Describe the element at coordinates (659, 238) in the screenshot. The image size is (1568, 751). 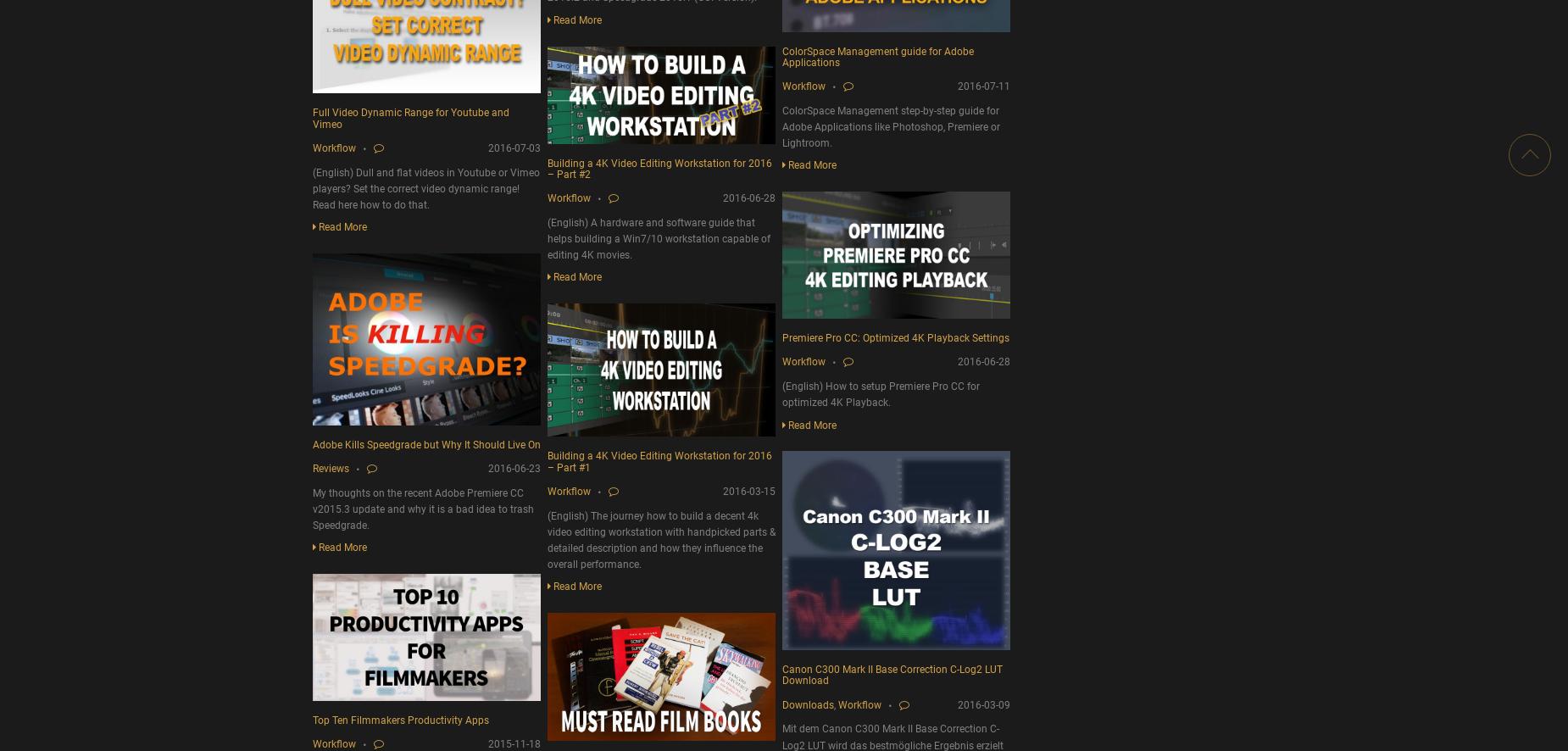
I see `'(English) A hardware and software guide that helps building a Win7/10 workstation capable of editing 4K movies.'` at that location.